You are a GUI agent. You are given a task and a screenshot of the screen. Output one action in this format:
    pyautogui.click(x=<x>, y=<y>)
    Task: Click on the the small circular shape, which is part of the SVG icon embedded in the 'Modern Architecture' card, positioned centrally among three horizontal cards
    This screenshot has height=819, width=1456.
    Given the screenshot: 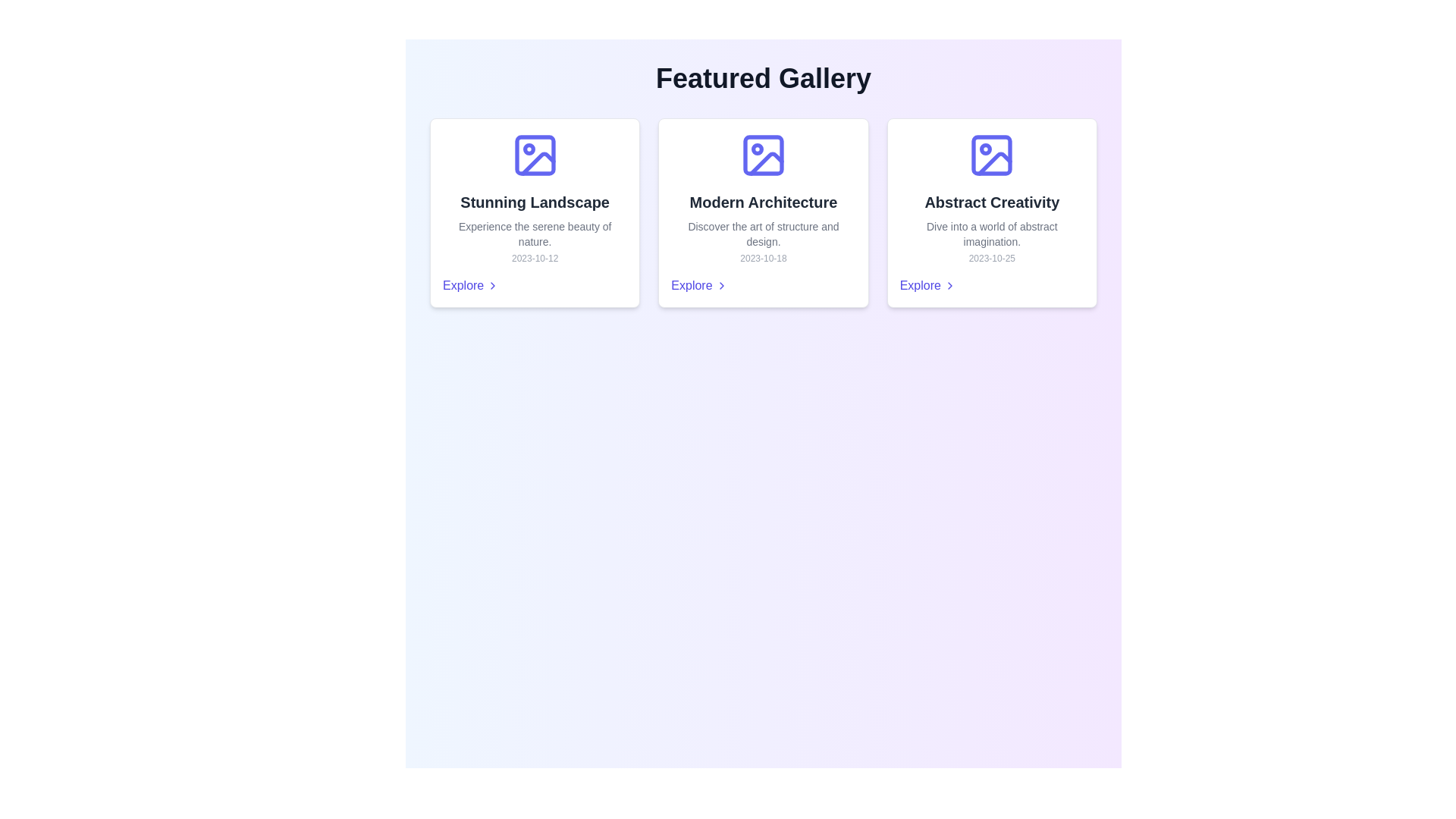 What is the action you would take?
    pyautogui.click(x=757, y=149)
    